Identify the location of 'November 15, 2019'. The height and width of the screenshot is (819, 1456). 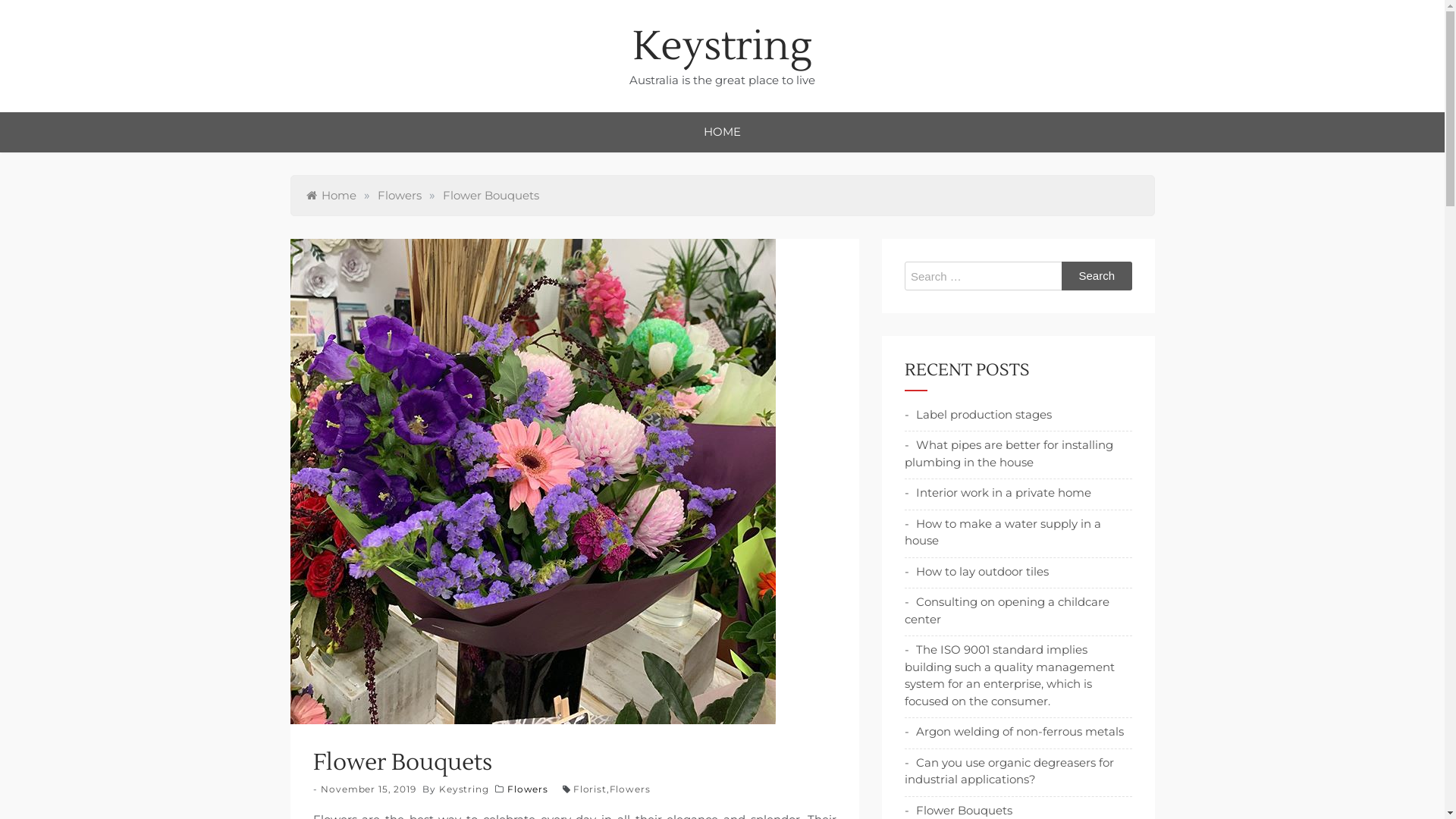
(368, 788).